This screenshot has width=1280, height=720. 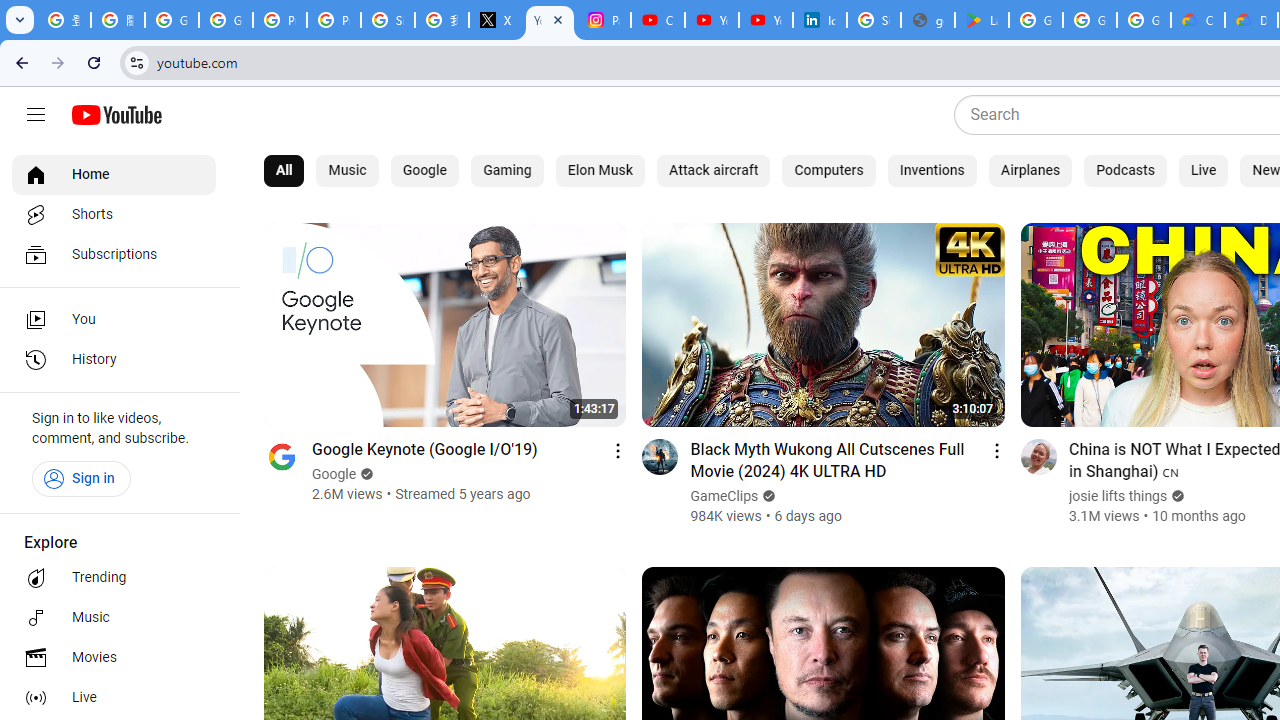 I want to click on 'YouTube Culture & Trends - YouTube Top 10, 2021', so click(x=765, y=20).